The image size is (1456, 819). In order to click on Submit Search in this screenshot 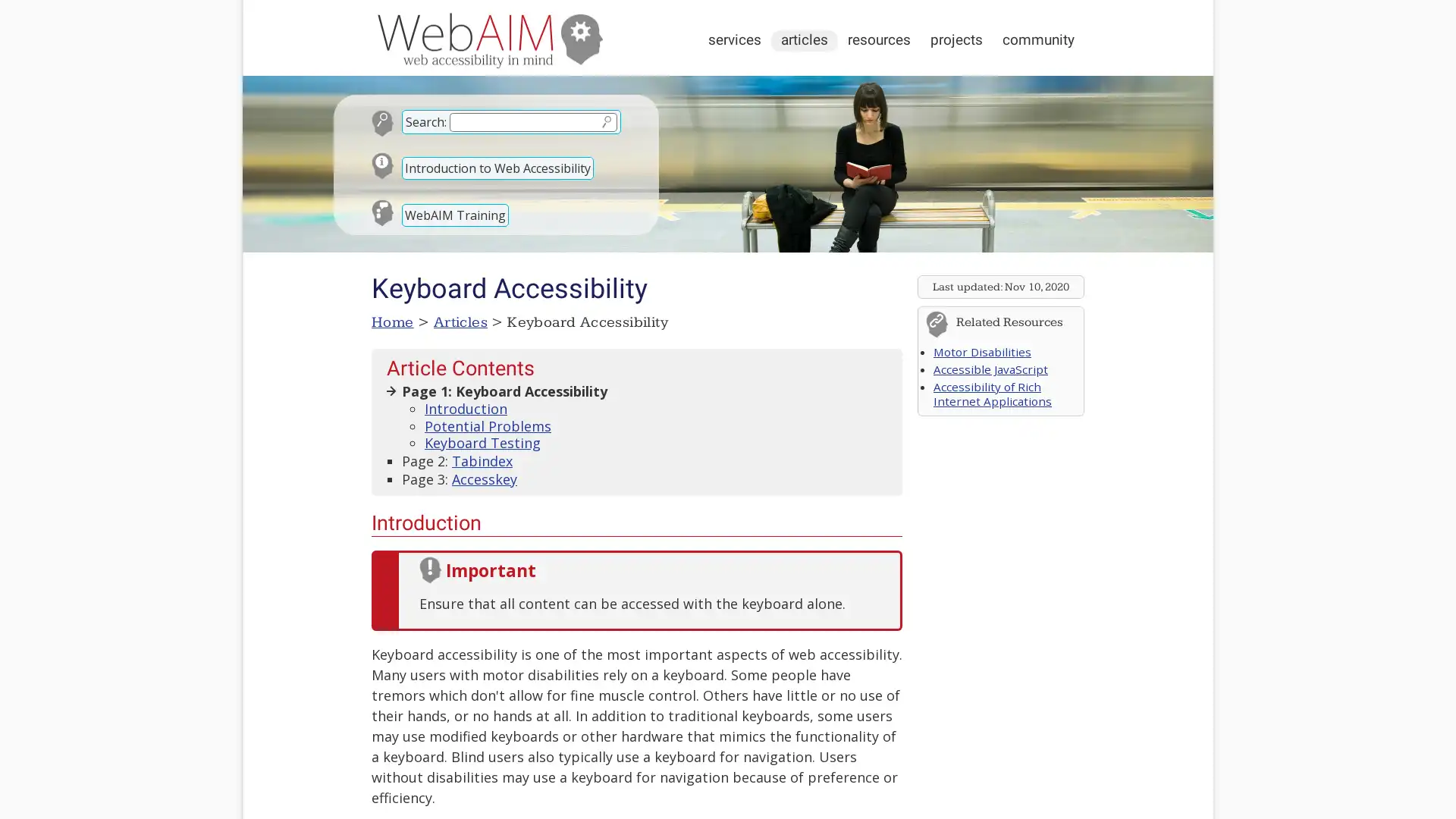, I will do `click(605, 121)`.